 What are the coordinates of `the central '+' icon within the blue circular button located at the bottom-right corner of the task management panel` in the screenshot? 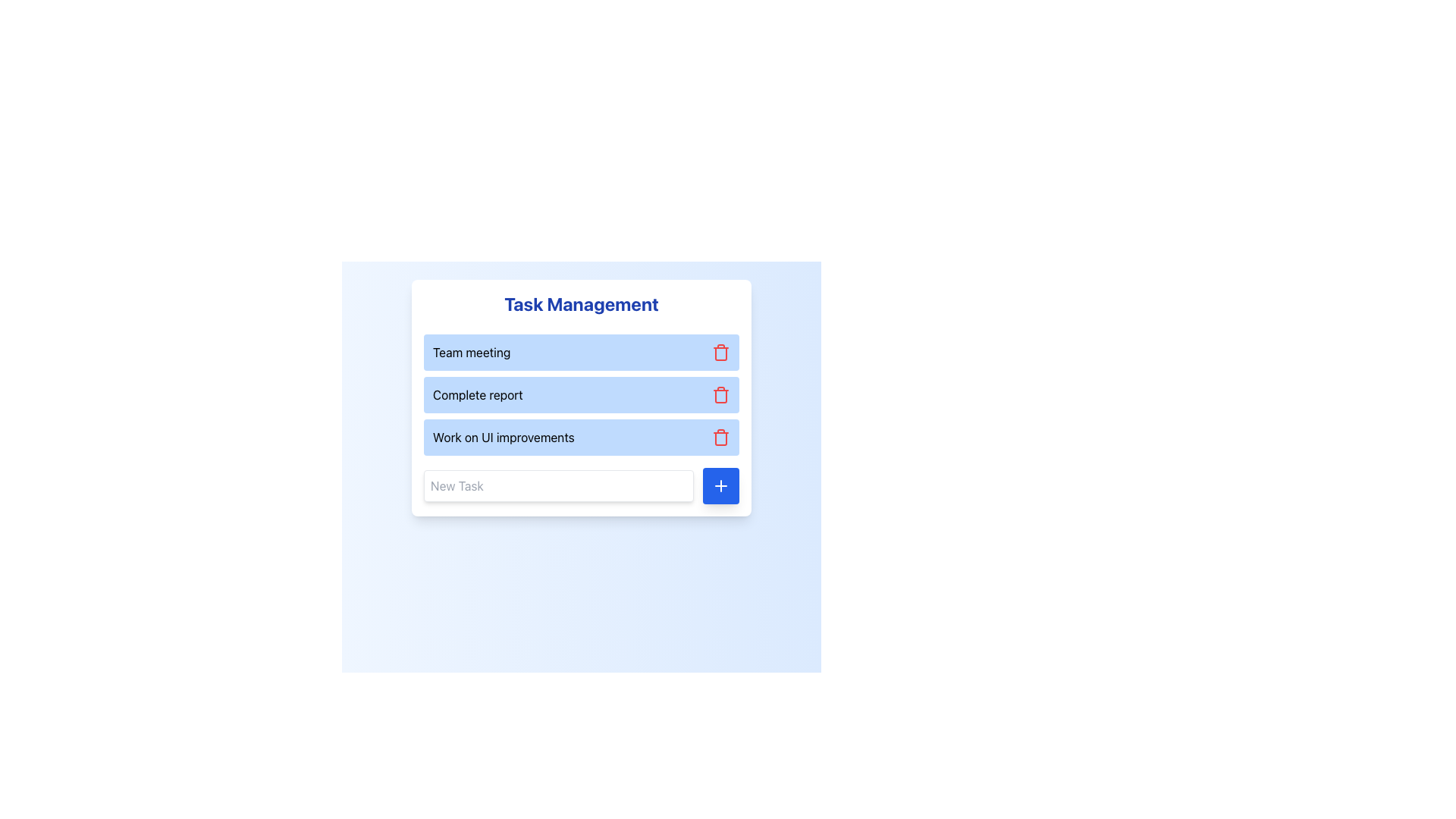 It's located at (720, 485).